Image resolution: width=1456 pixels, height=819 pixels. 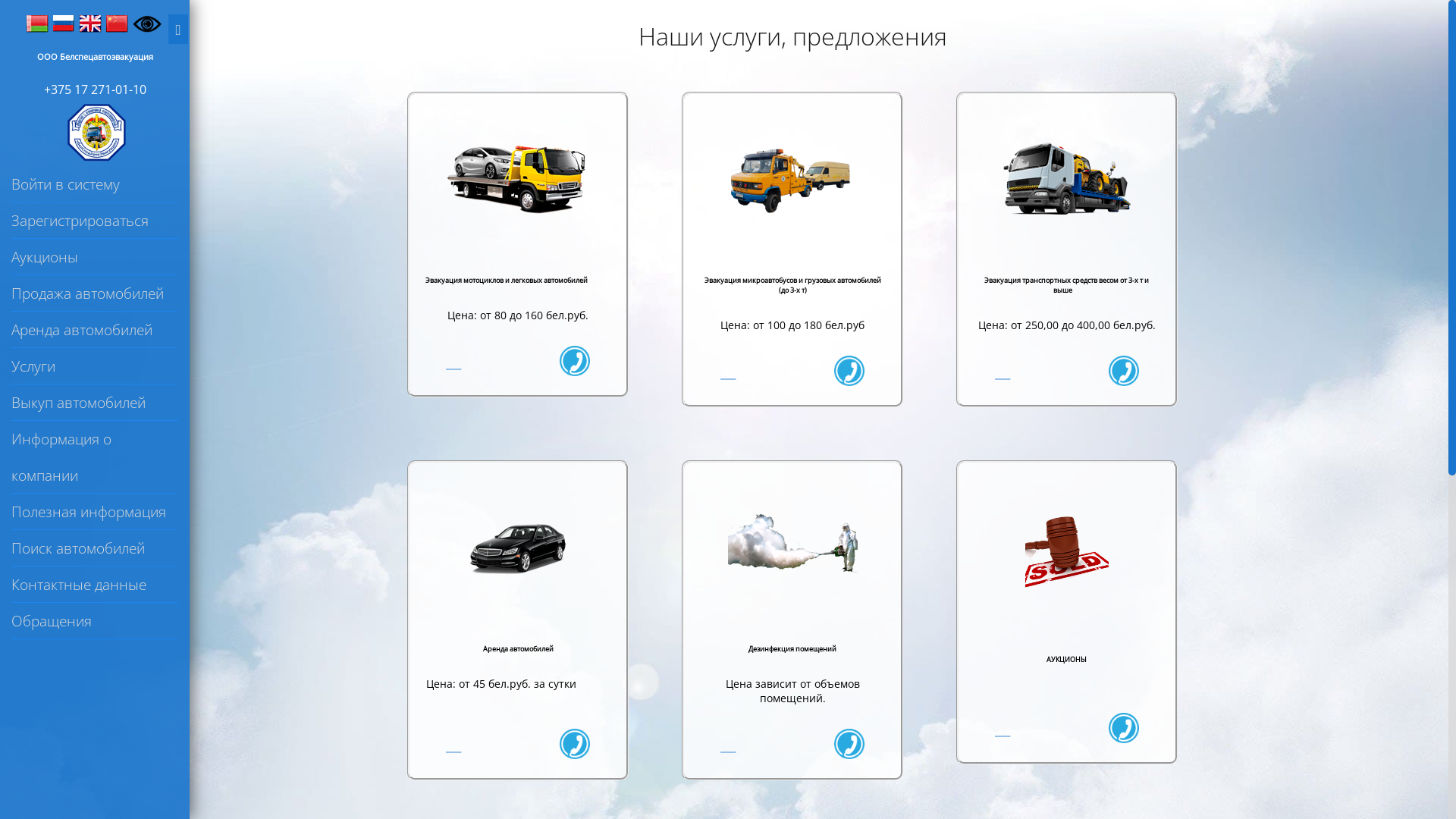 What do you see at coordinates (90, 24) in the screenshot?
I see `'English'` at bounding box center [90, 24].